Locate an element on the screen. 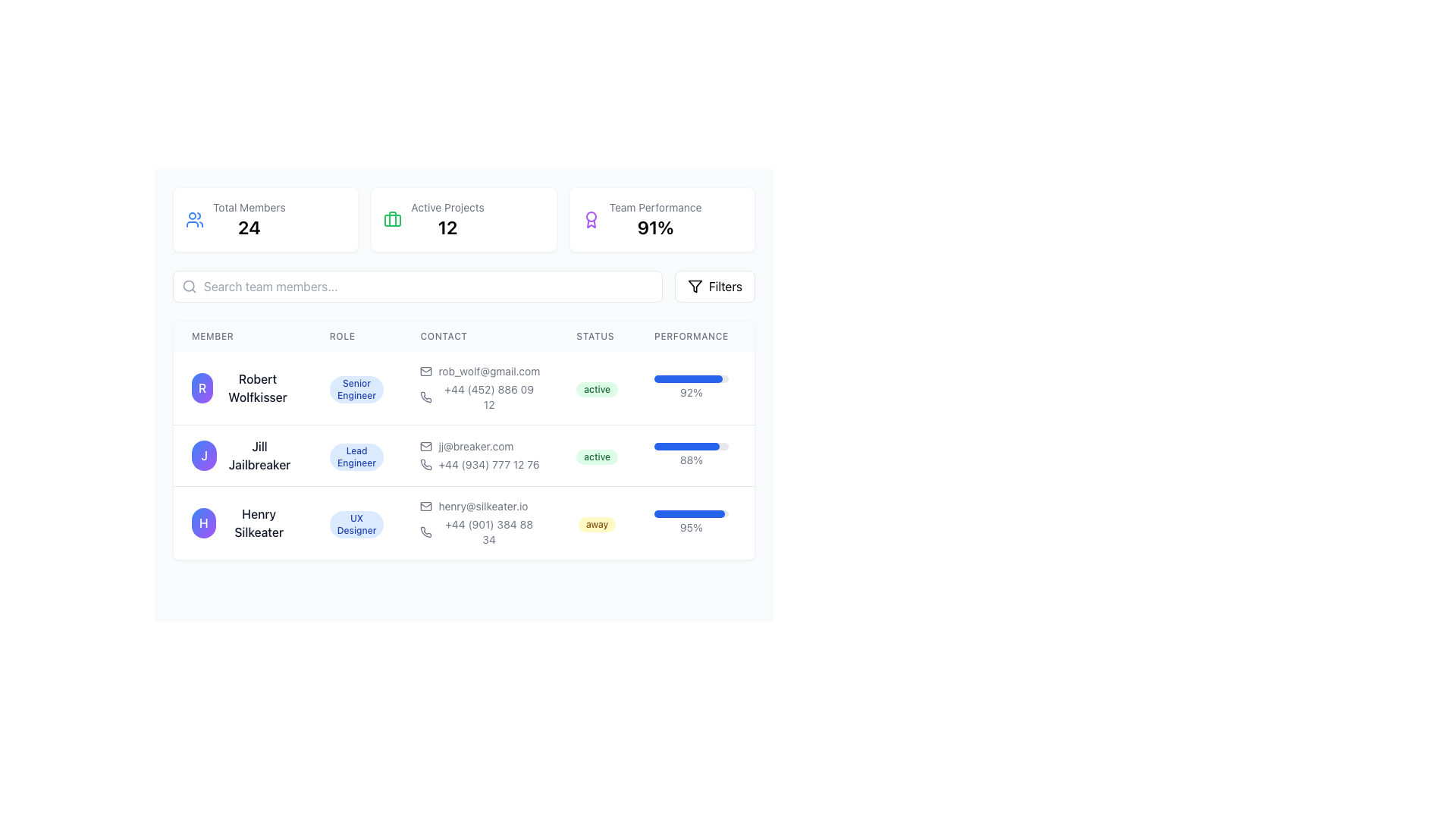 This screenshot has width=1456, height=819. the phone number icon associated with Jill Jailbreaker's contact information located in the 'Contact' column of the second row in the table is located at coordinates (425, 464).